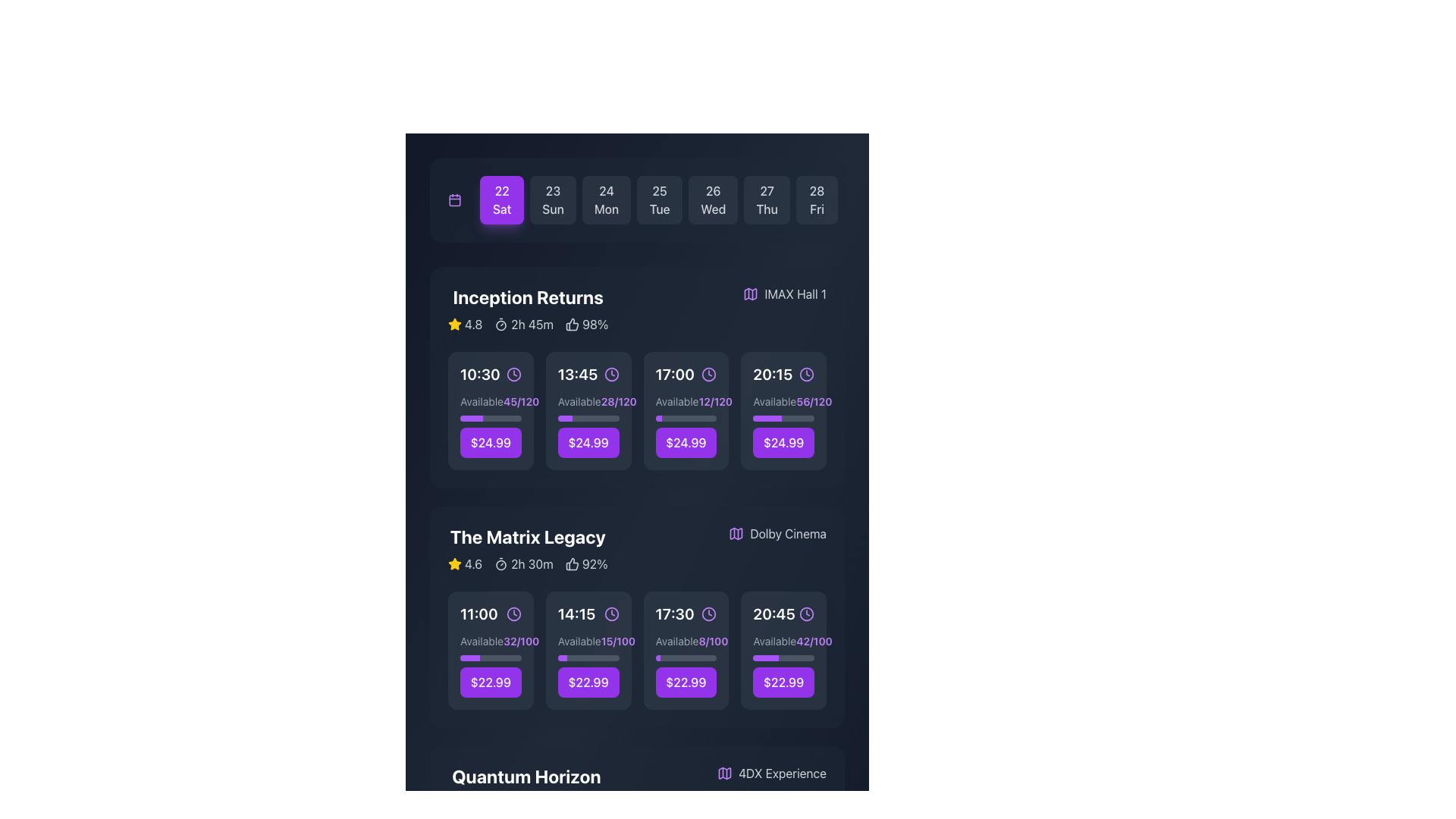 The image size is (1456, 819). Describe the element at coordinates (685, 411) in the screenshot. I see `the button with rounded corners and a purple background that reads 'Select Seats' to potentially reveal a tooltip or effect` at that location.